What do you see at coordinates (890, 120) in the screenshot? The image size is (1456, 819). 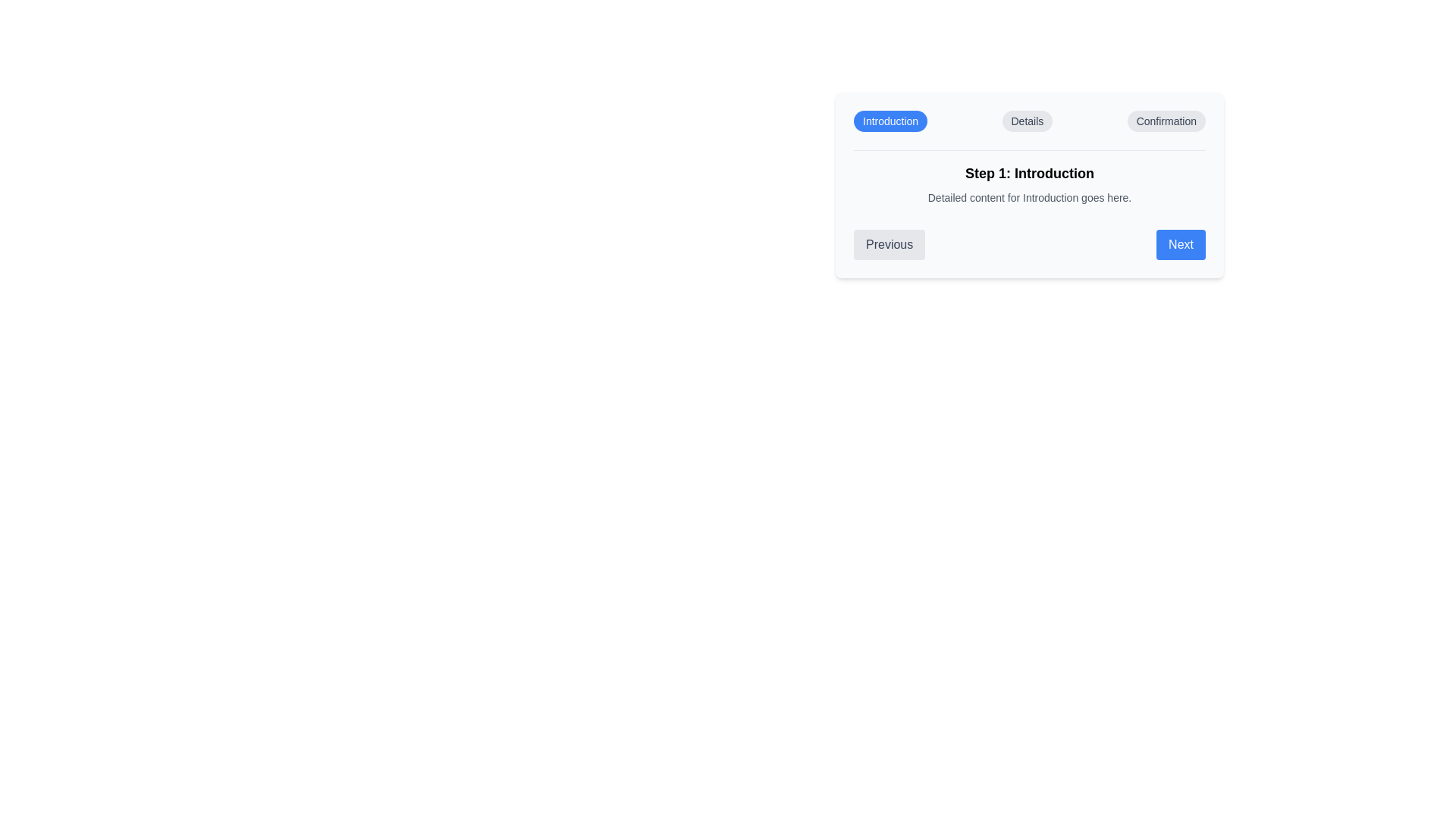 I see `the label of the step Introduction to navigate to that step` at bounding box center [890, 120].